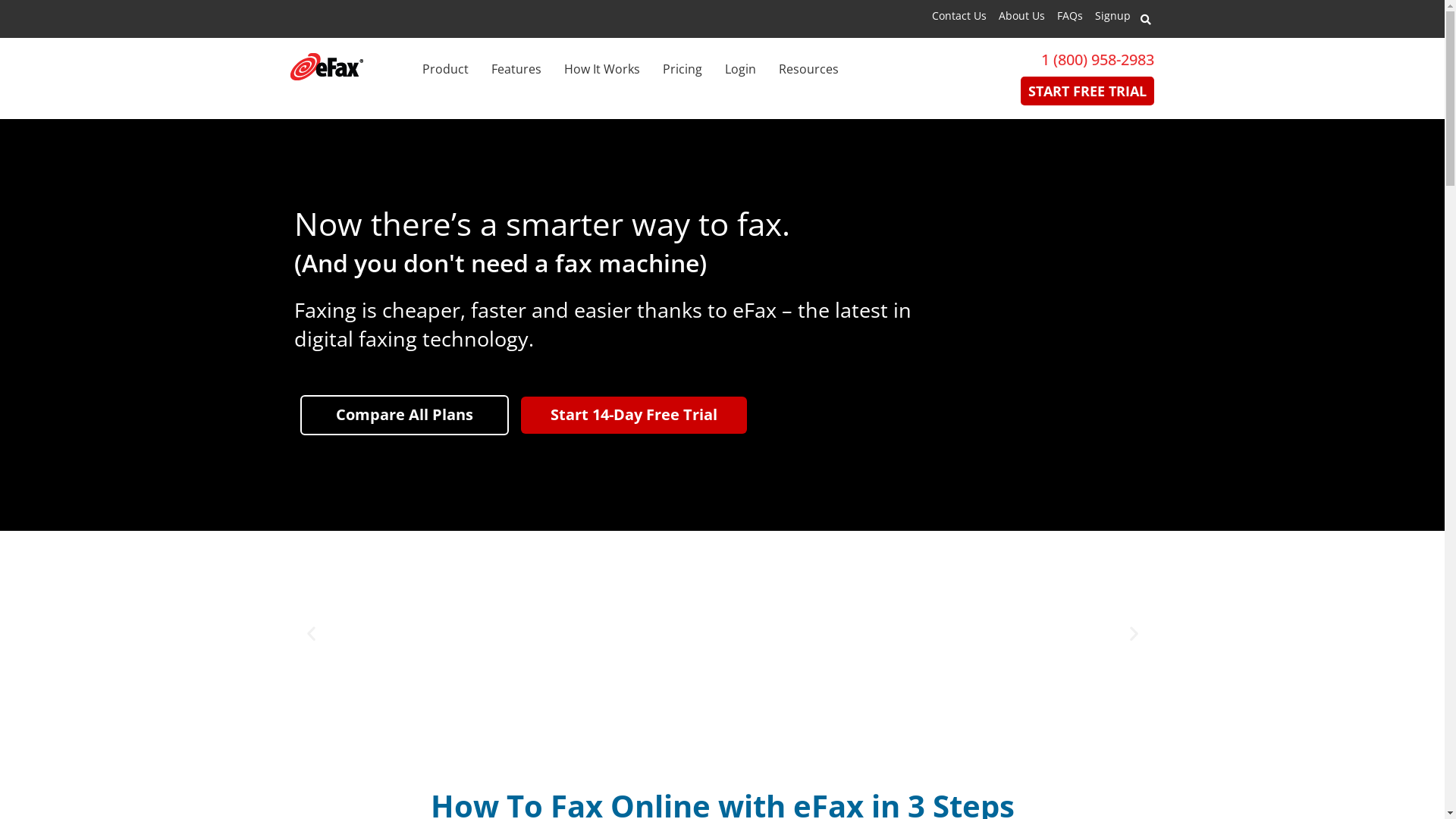  Describe the element at coordinates (300, 415) in the screenshot. I see `'Compare All Plans'` at that location.